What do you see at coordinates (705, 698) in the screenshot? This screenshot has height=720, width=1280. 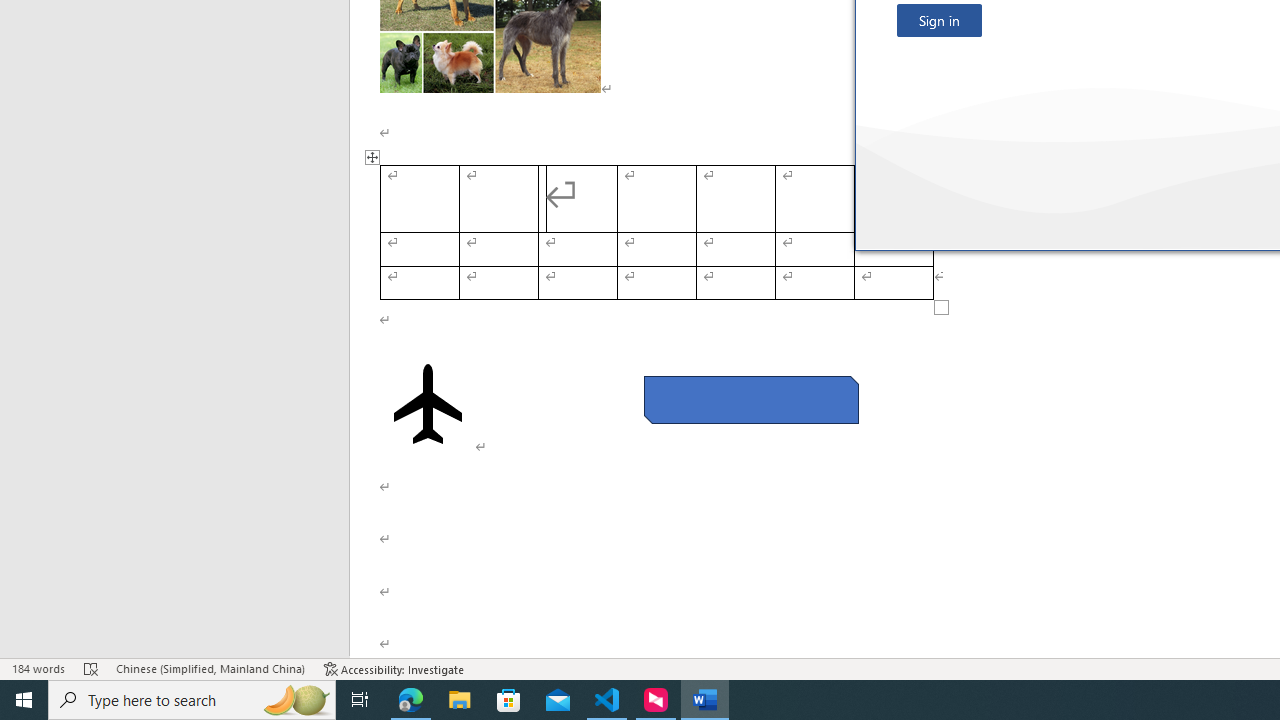 I see `'Word - 1 running window'` at bounding box center [705, 698].